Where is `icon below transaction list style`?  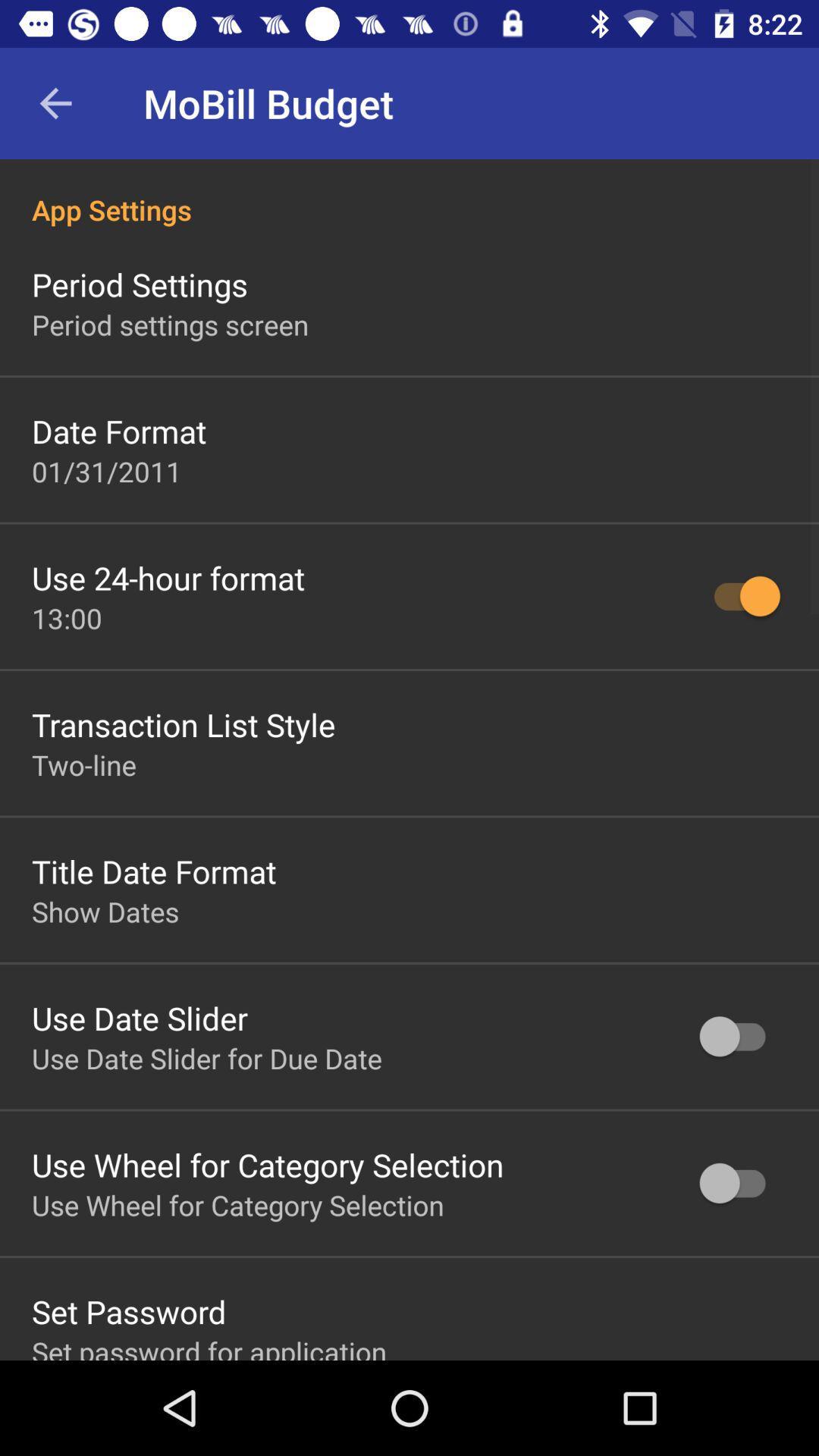 icon below transaction list style is located at coordinates (84, 764).